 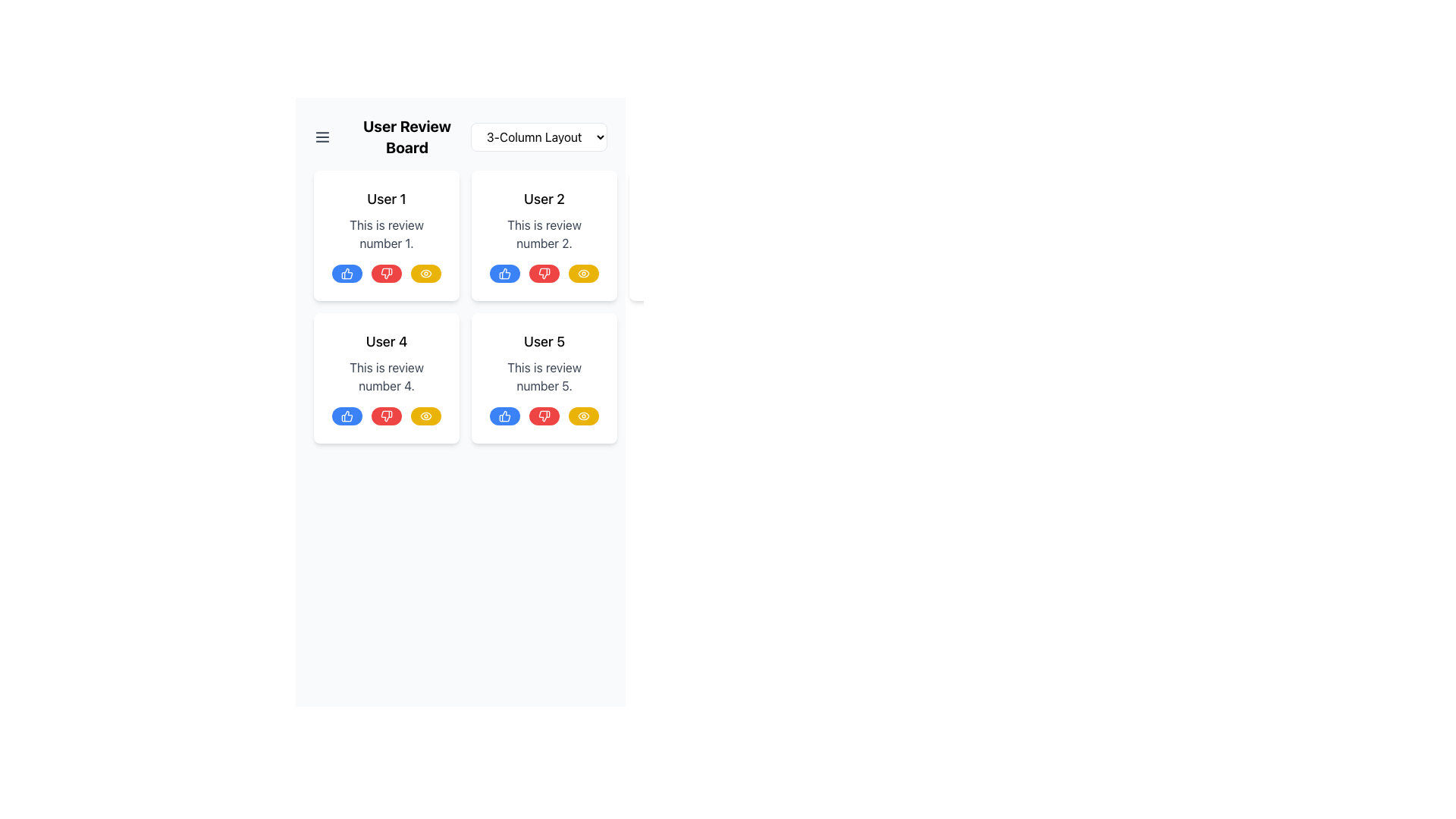 I want to click on the static text label displaying the review comment for 'User 4', located beneath the 'User 4' title and above the interaction buttons, so click(x=386, y=376).